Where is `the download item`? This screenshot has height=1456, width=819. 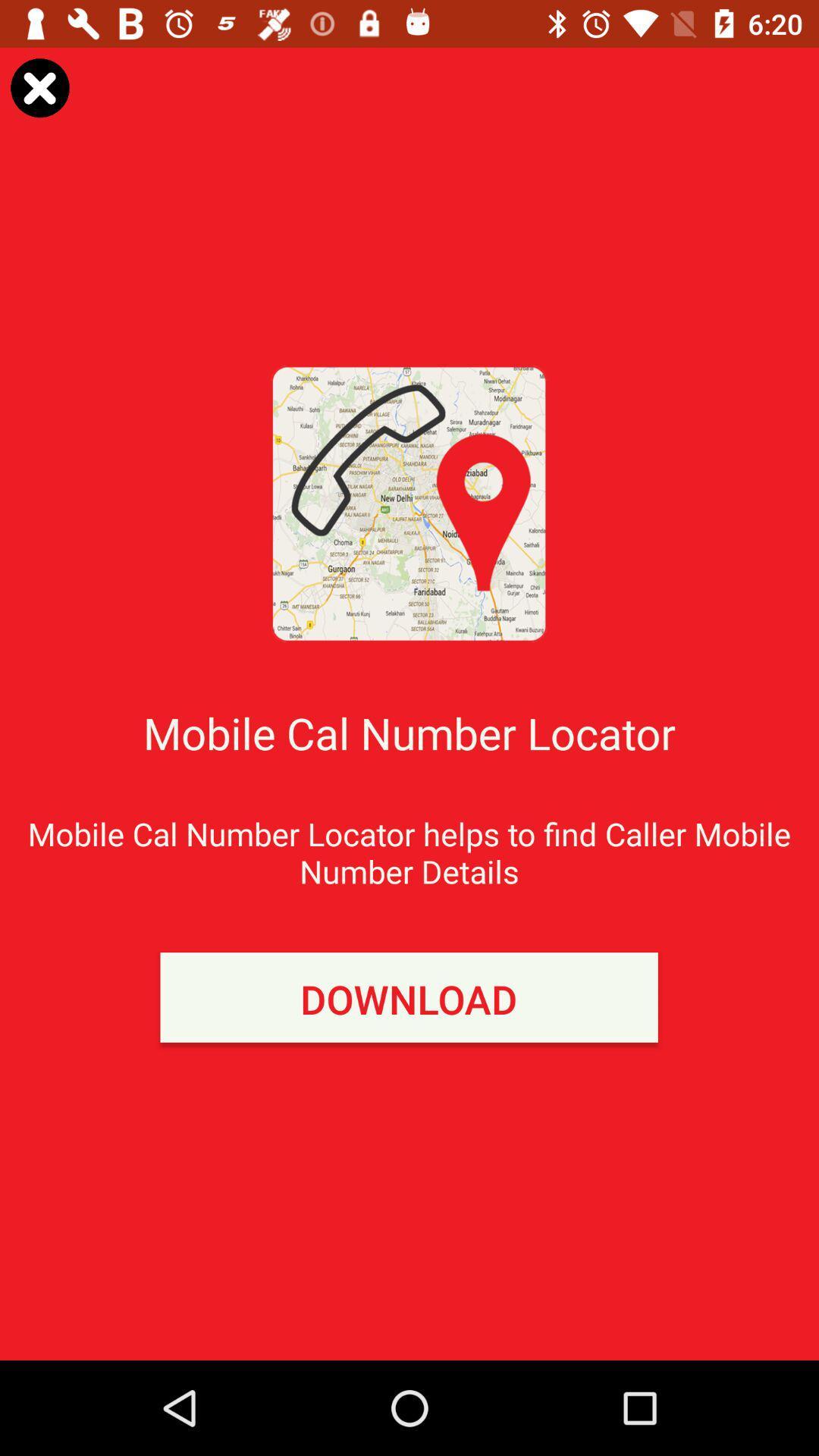
the download item is located at coordinates (408, 997).